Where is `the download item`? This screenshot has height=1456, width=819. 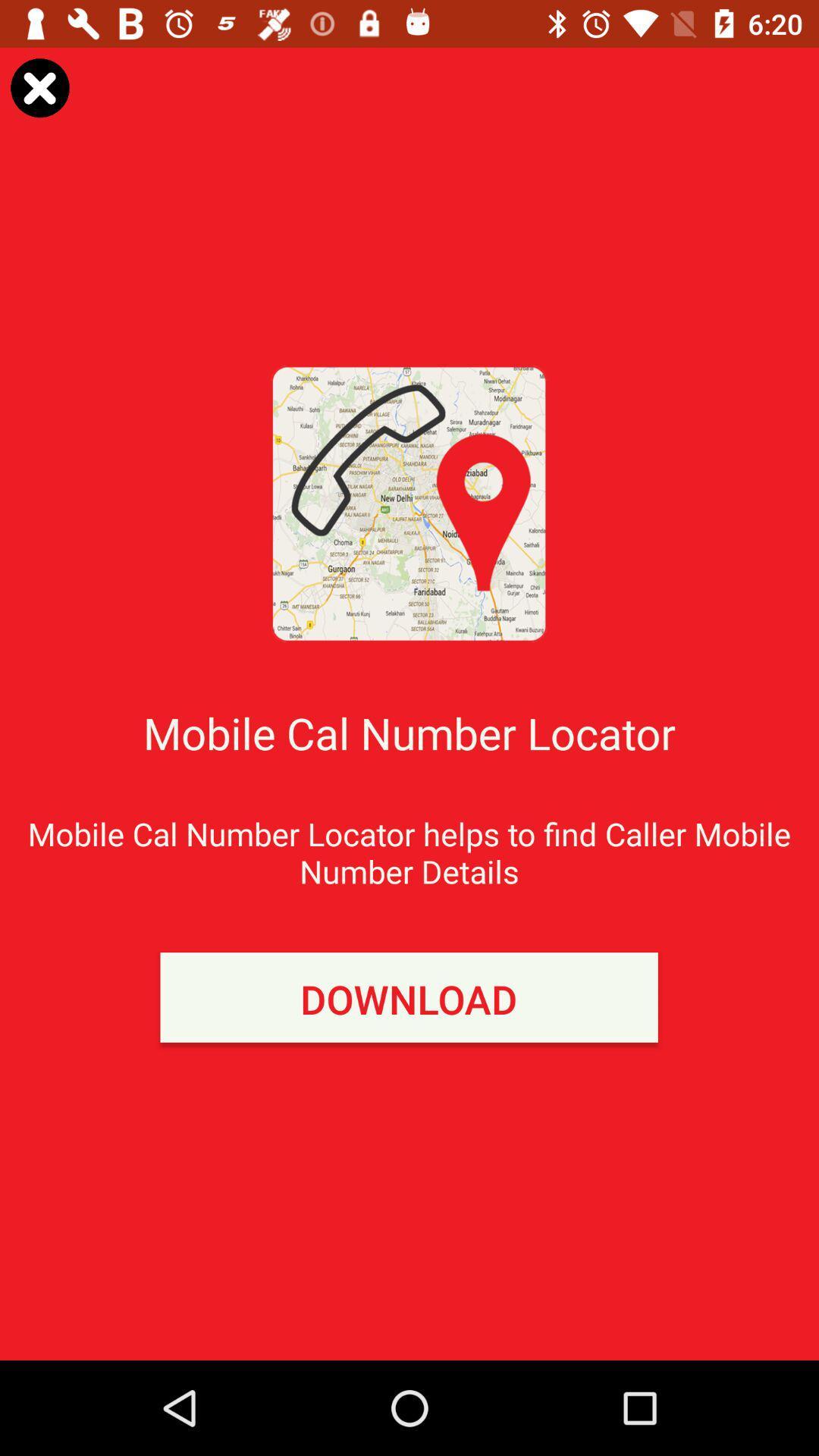
the download item is located at coordinates (408, 997).